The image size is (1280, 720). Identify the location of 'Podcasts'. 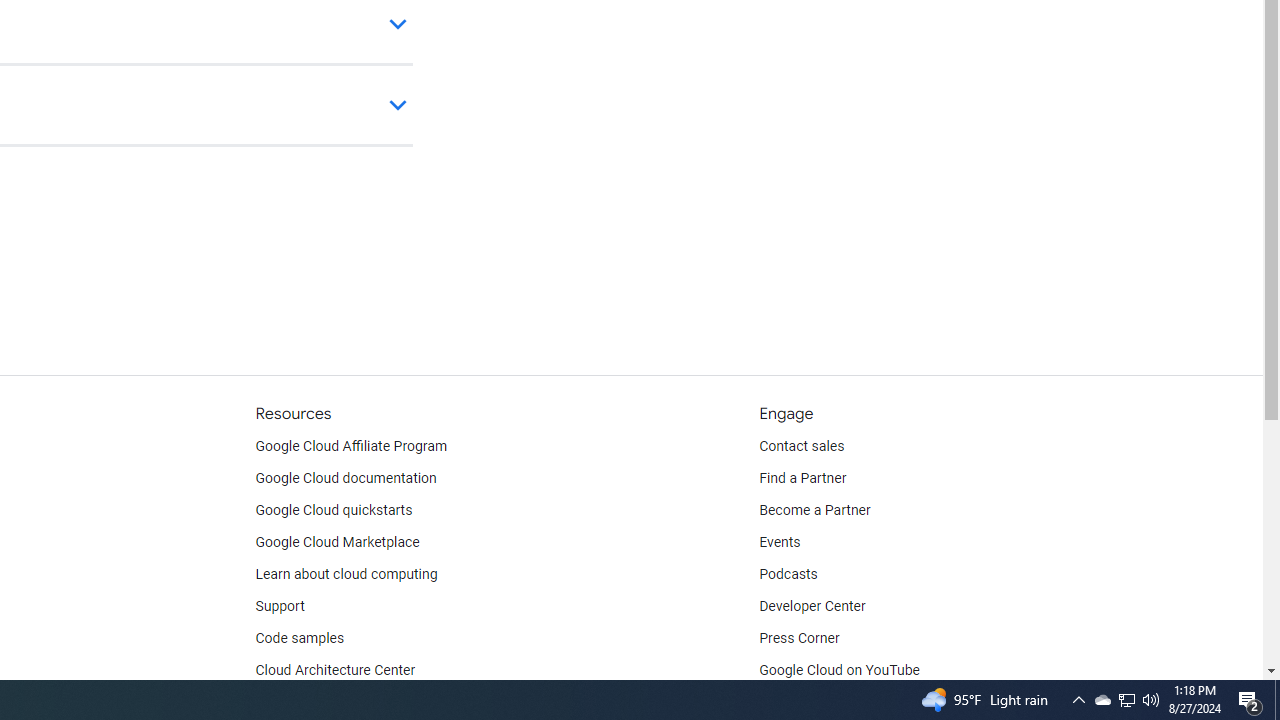
(787, 574).